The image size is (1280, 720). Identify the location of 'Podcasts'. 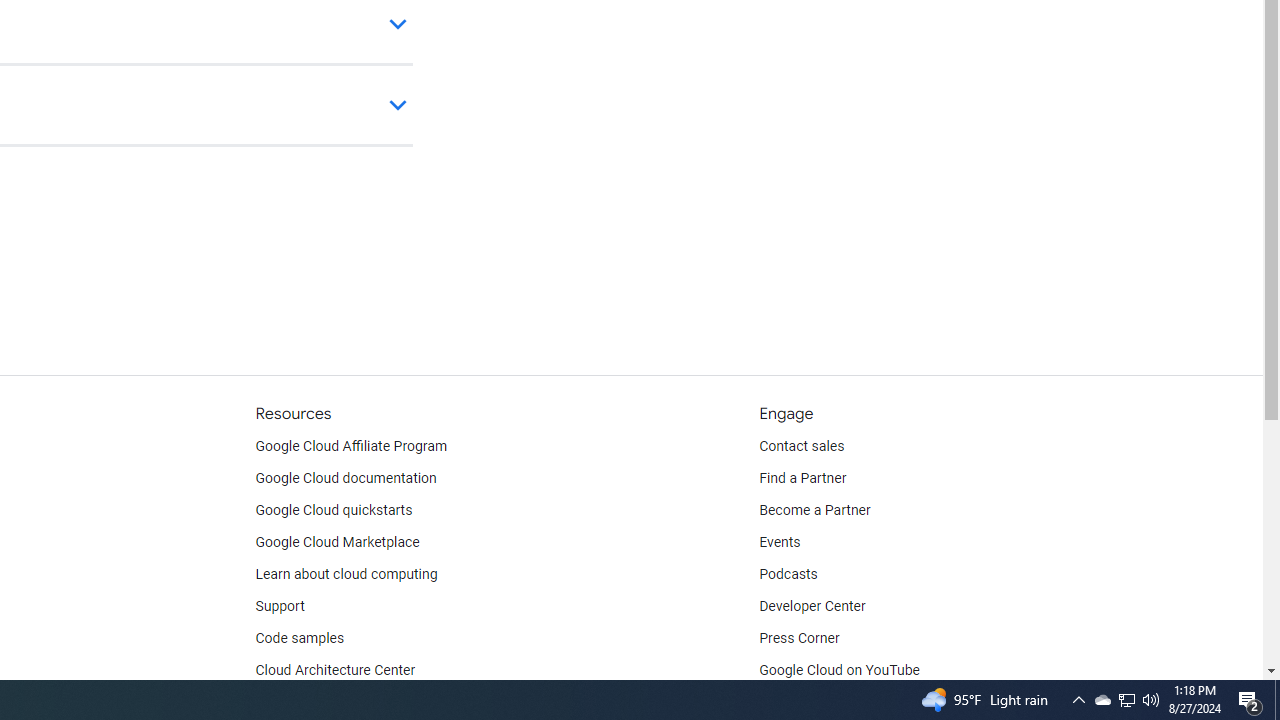
(787, 574).